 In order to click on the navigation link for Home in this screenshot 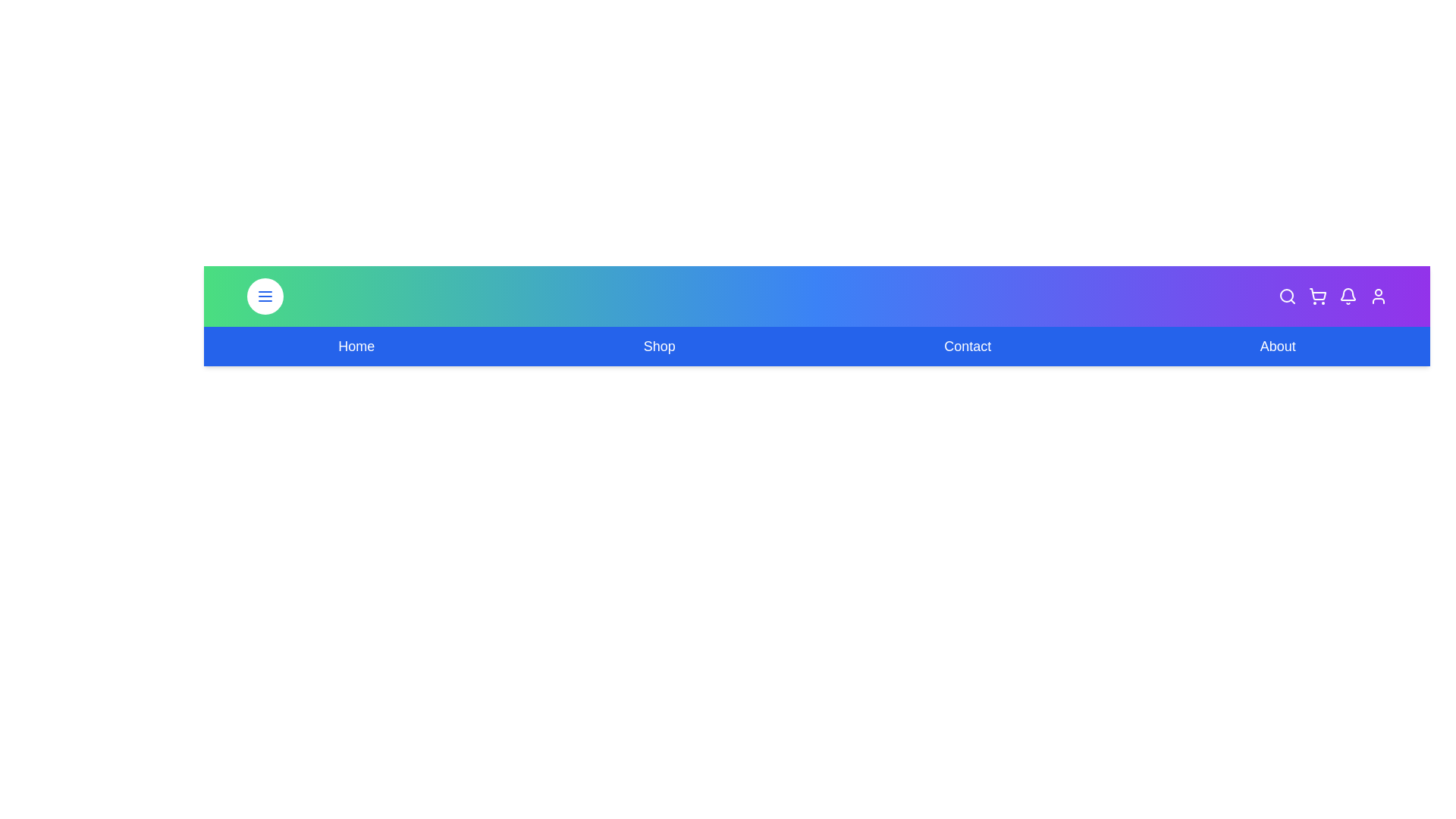, I will do `click(356, 346)`.